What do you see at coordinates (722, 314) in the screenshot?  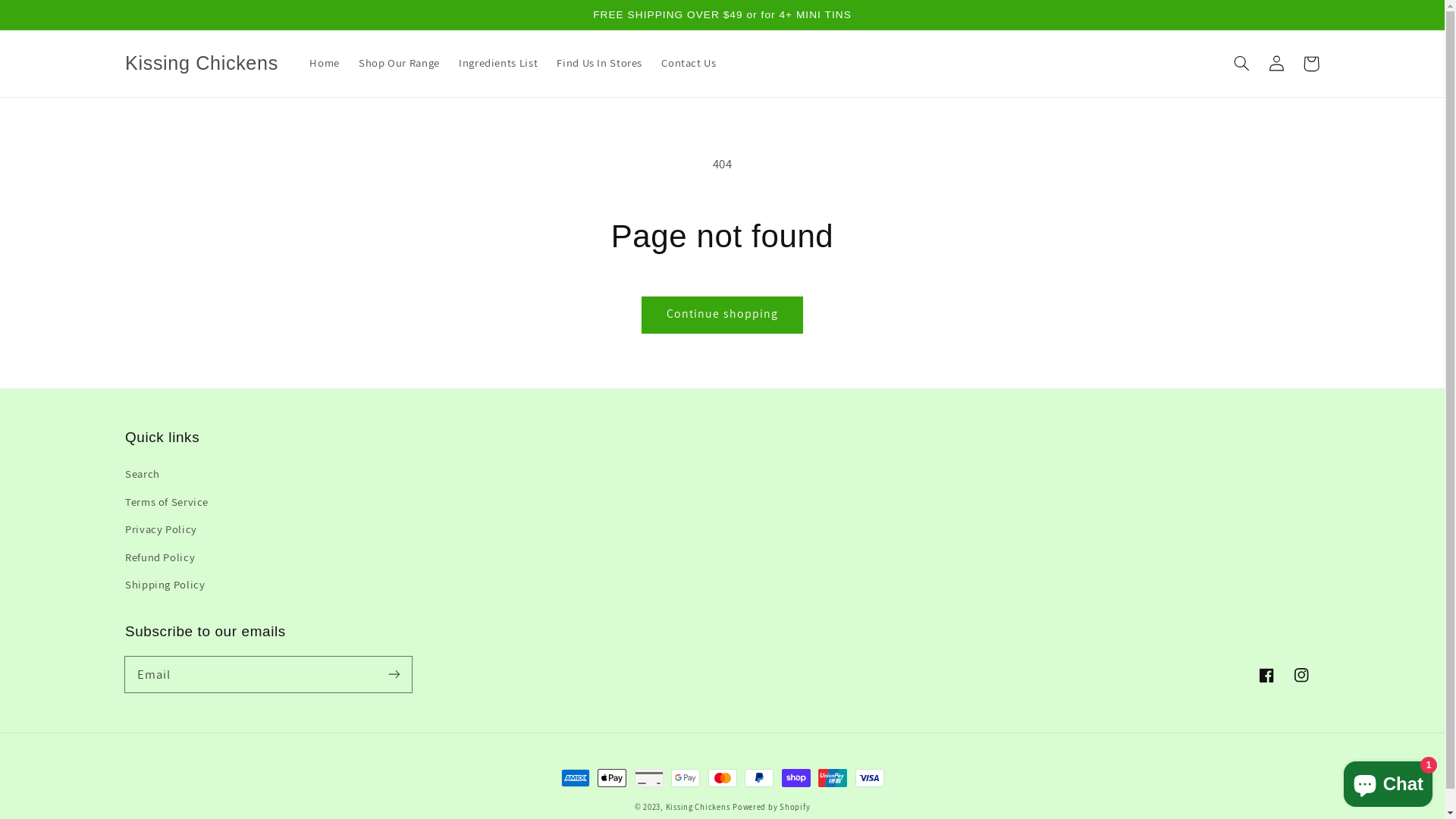 I see `'Continue shopping'` at bounding box center [722, 314].